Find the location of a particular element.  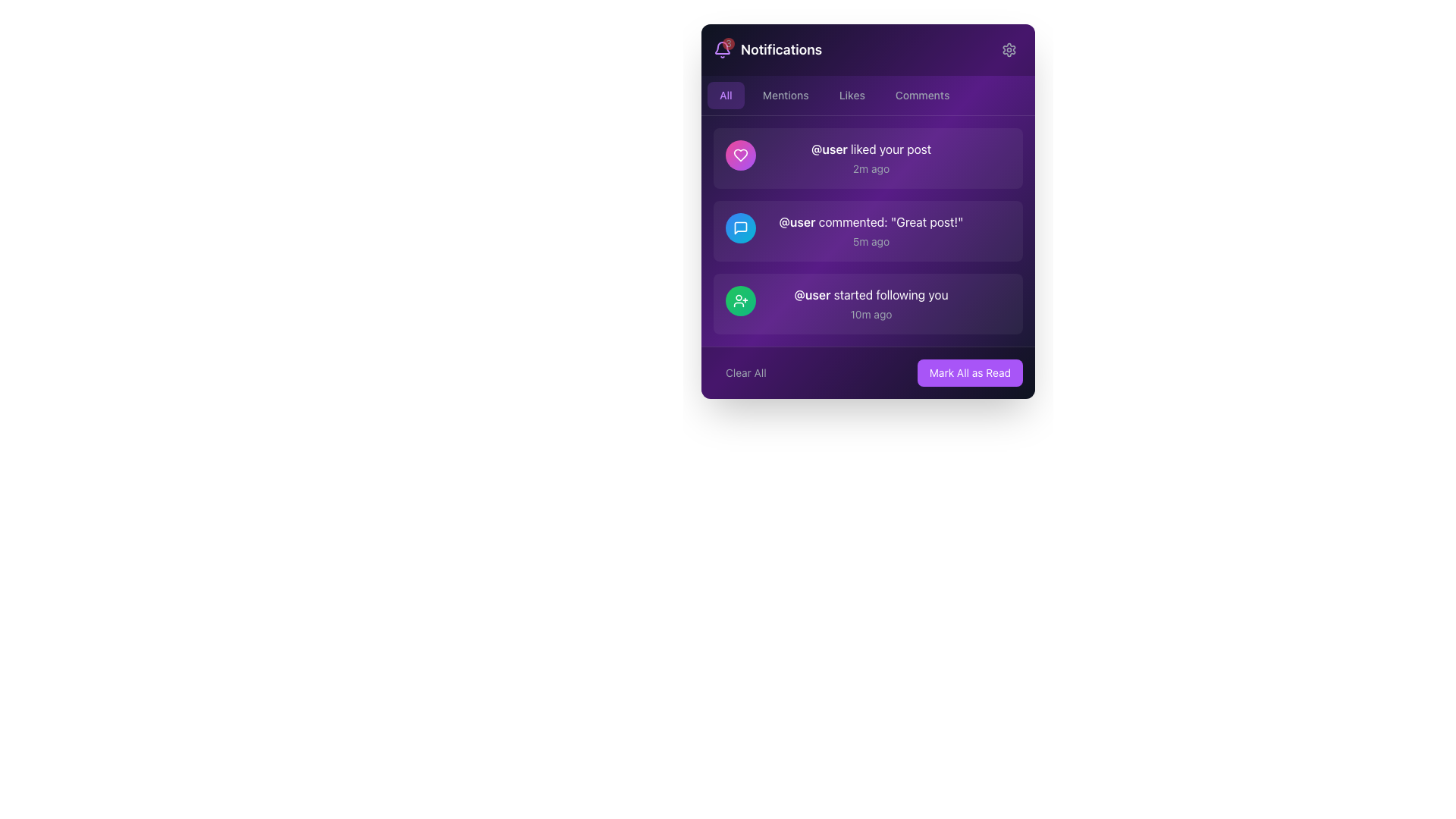

the small close button icon represented by an 'X' located at the top-right corner of the notification entry that corresponds to '@user commented: 'Great post!'.' is located at coordinates (998, 225).